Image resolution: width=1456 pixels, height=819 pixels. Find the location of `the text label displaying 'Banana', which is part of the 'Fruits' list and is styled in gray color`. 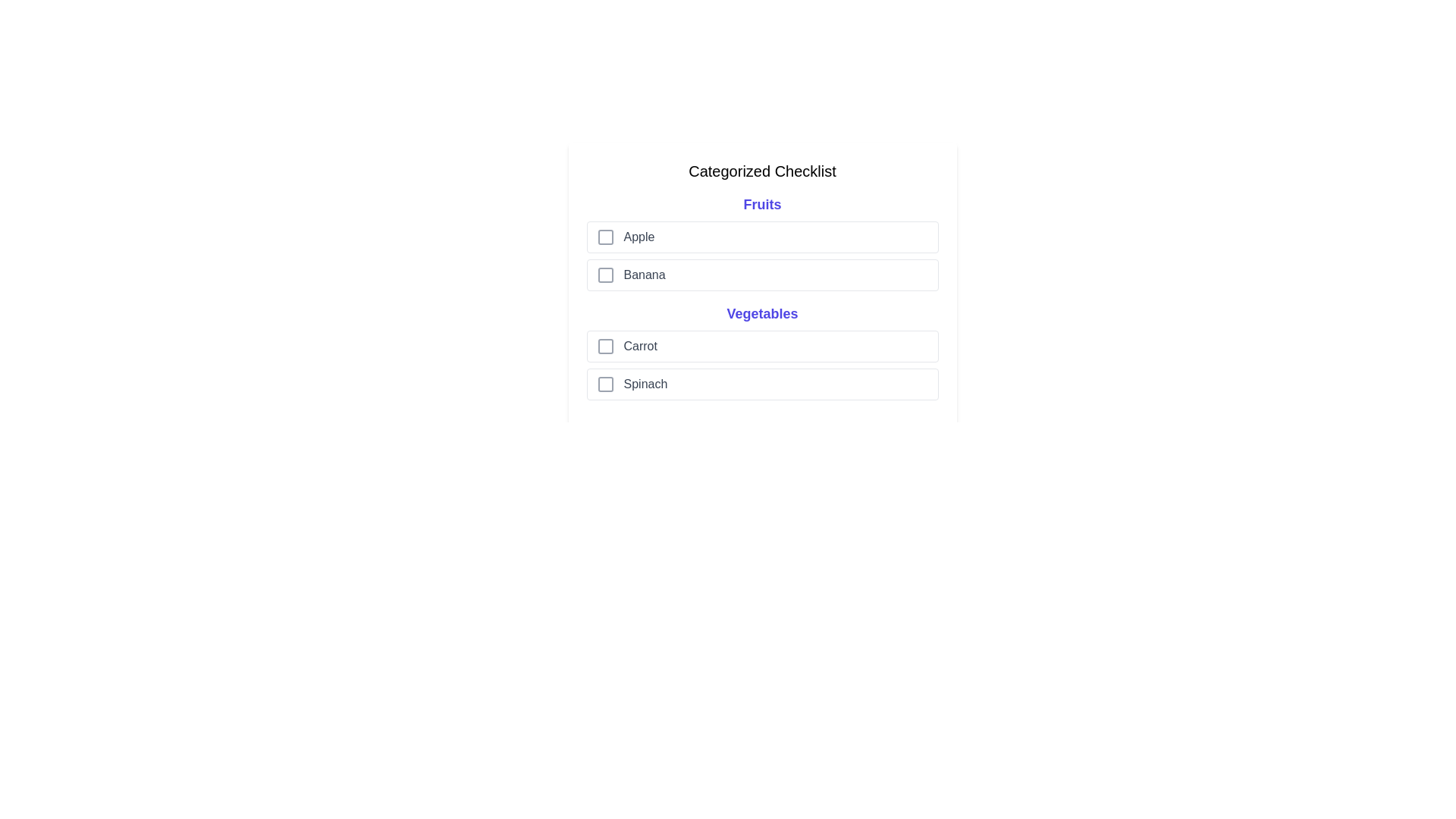

the text label displaying 'Banana', which is part of the 'Fruits' list and is styled in gray color is located at coordinates (645, 275).